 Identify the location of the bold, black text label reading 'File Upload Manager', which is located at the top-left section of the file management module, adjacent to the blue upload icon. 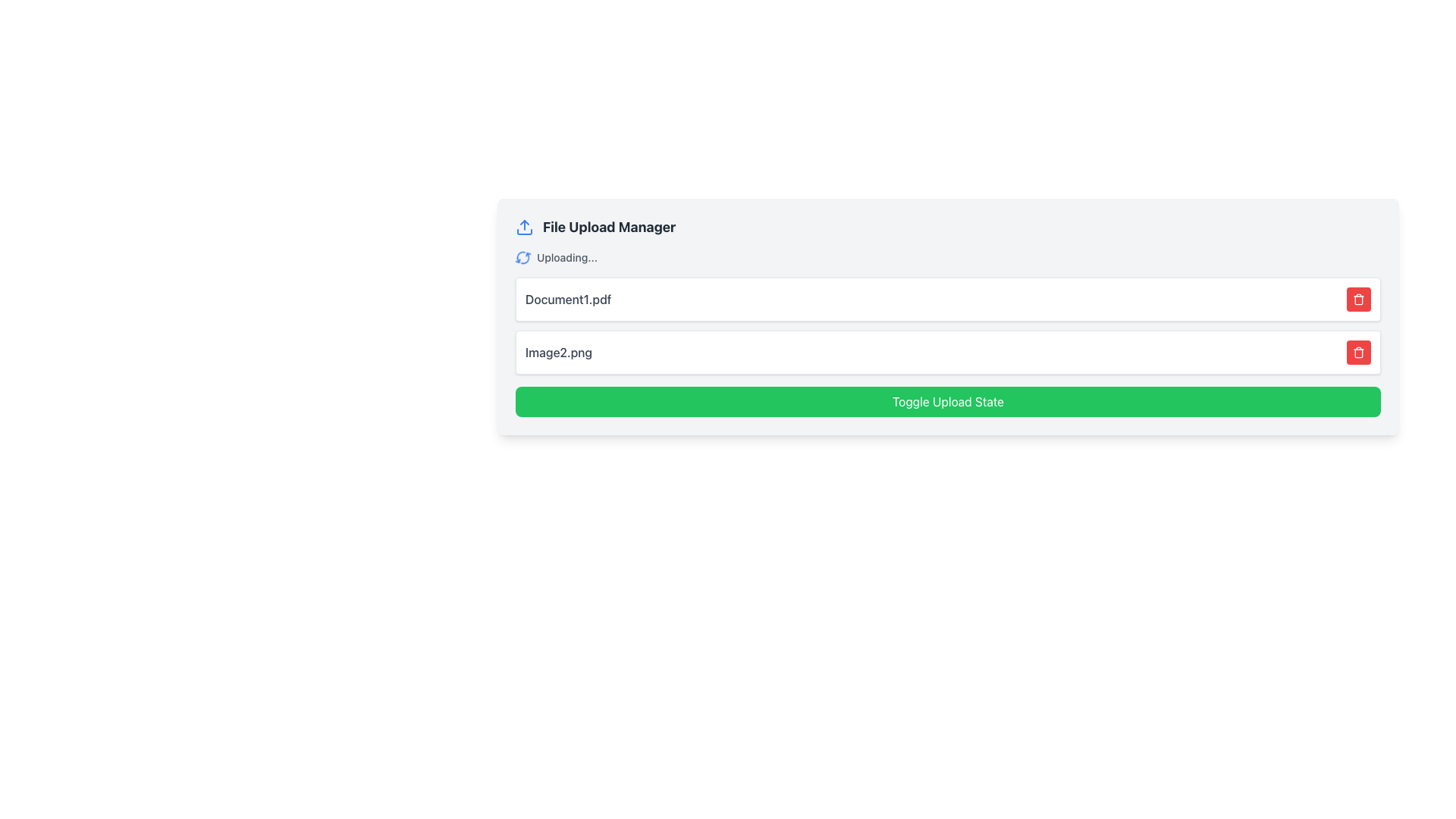
(609, 227).